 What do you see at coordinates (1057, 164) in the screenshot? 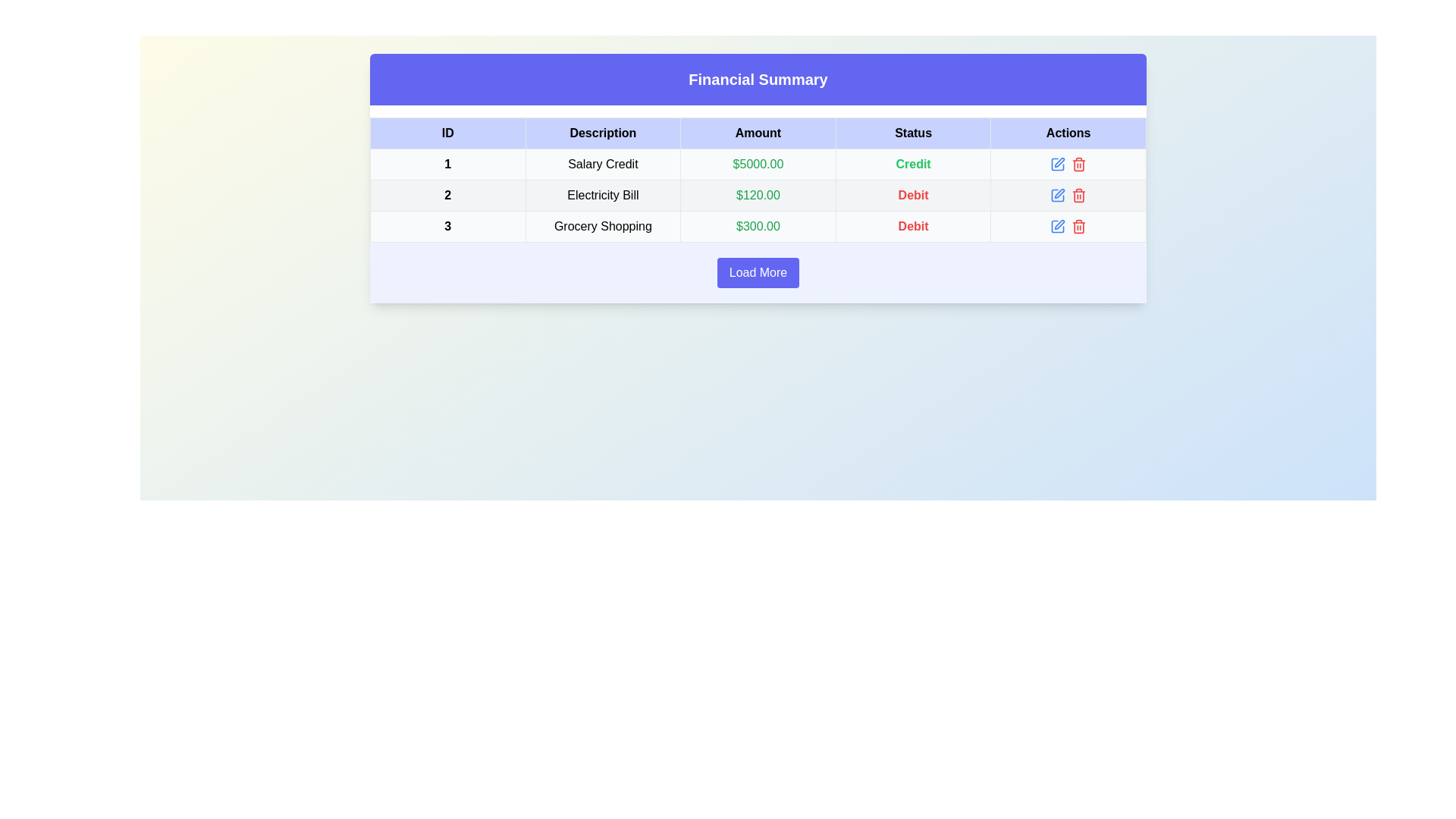
I see `the pen-edit icon located in the Actions column of the first row of the financial summary table` at bounding box center [1057, 164].